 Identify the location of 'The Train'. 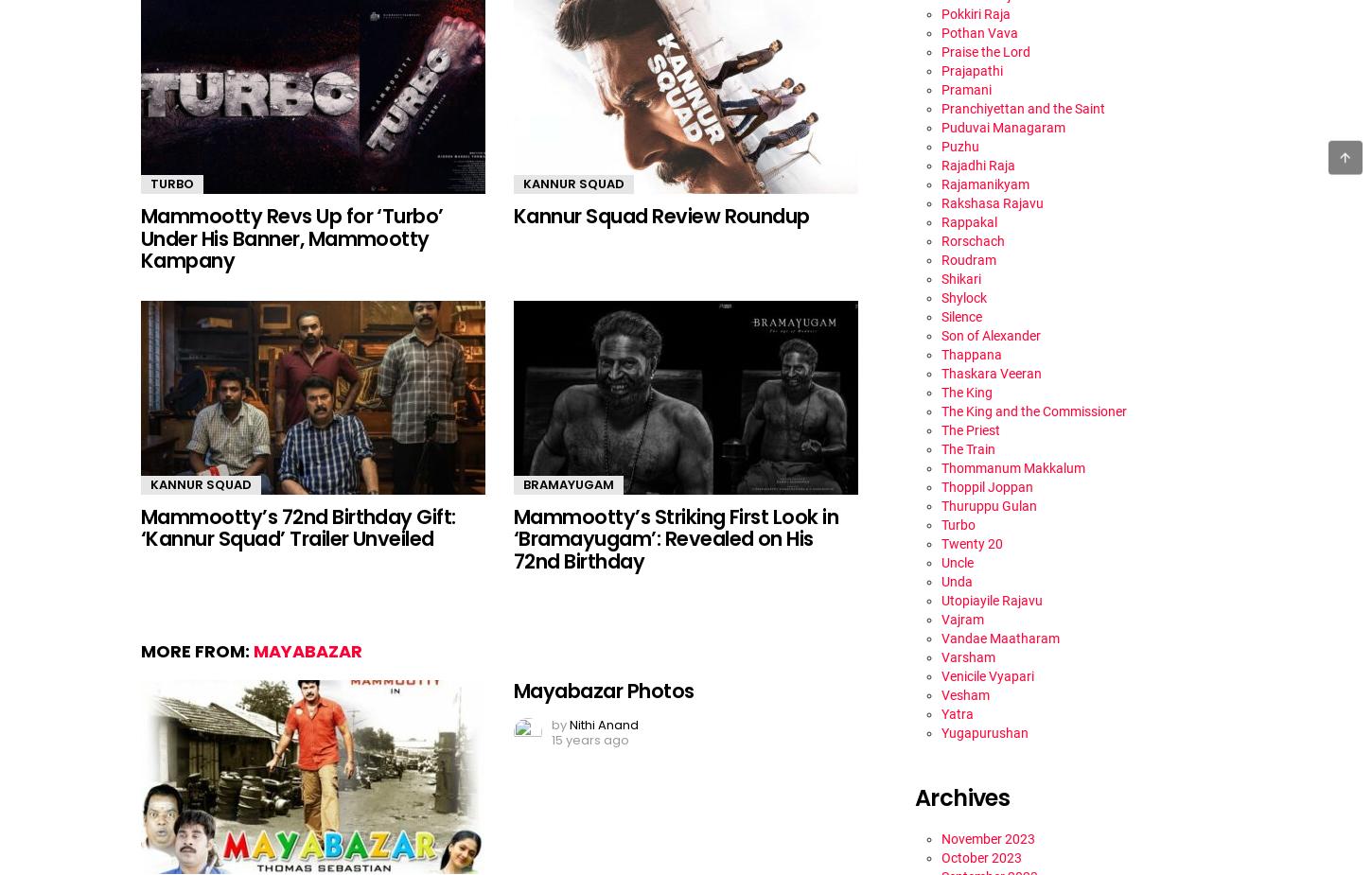
(968, 447).